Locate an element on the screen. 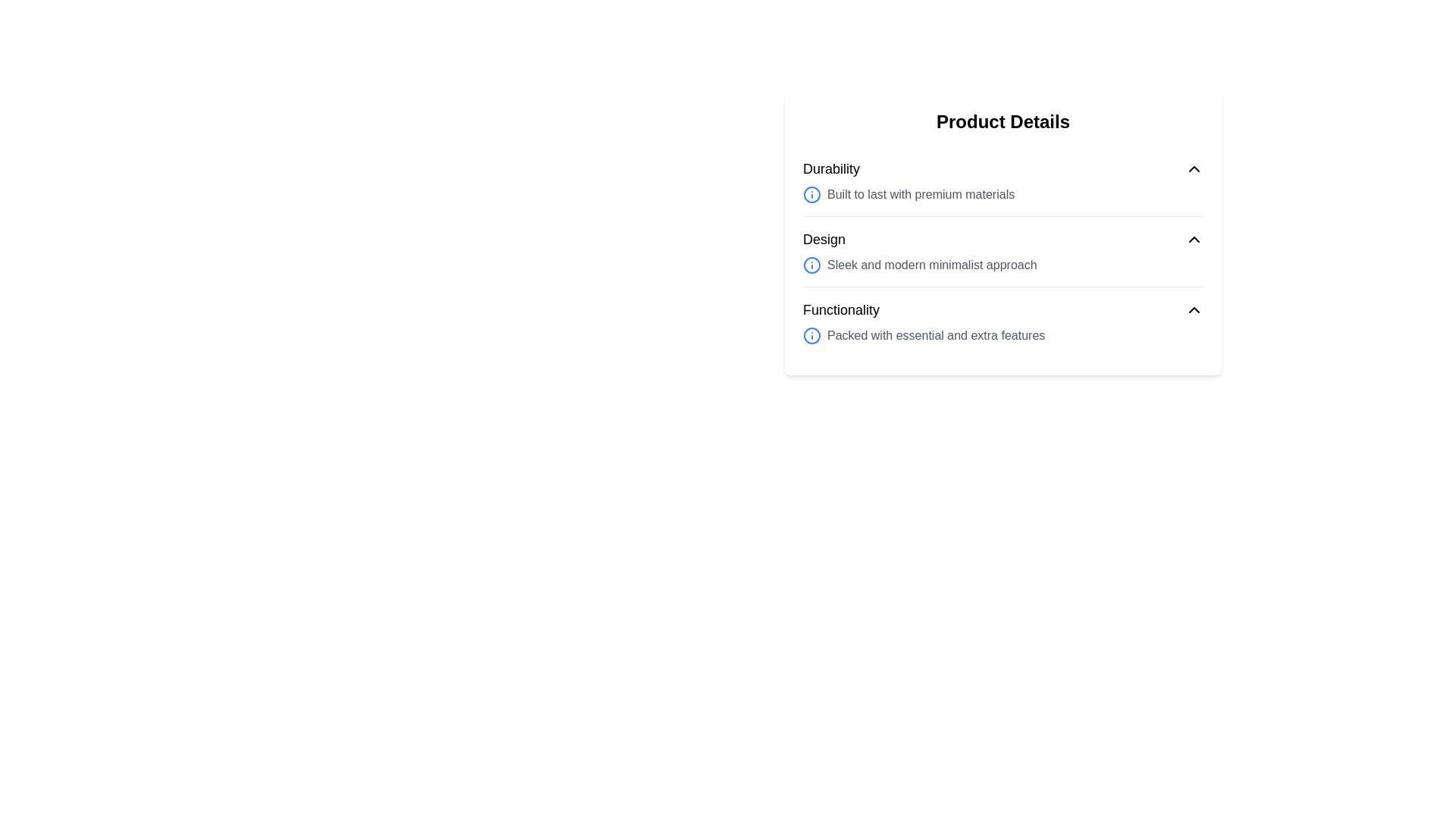 The height and width of the screenshot is (819, 1456). the information icon next to the text "Sleek and modern minimalist approach" located under the "Design" section is located at coordinates (1003, 265).